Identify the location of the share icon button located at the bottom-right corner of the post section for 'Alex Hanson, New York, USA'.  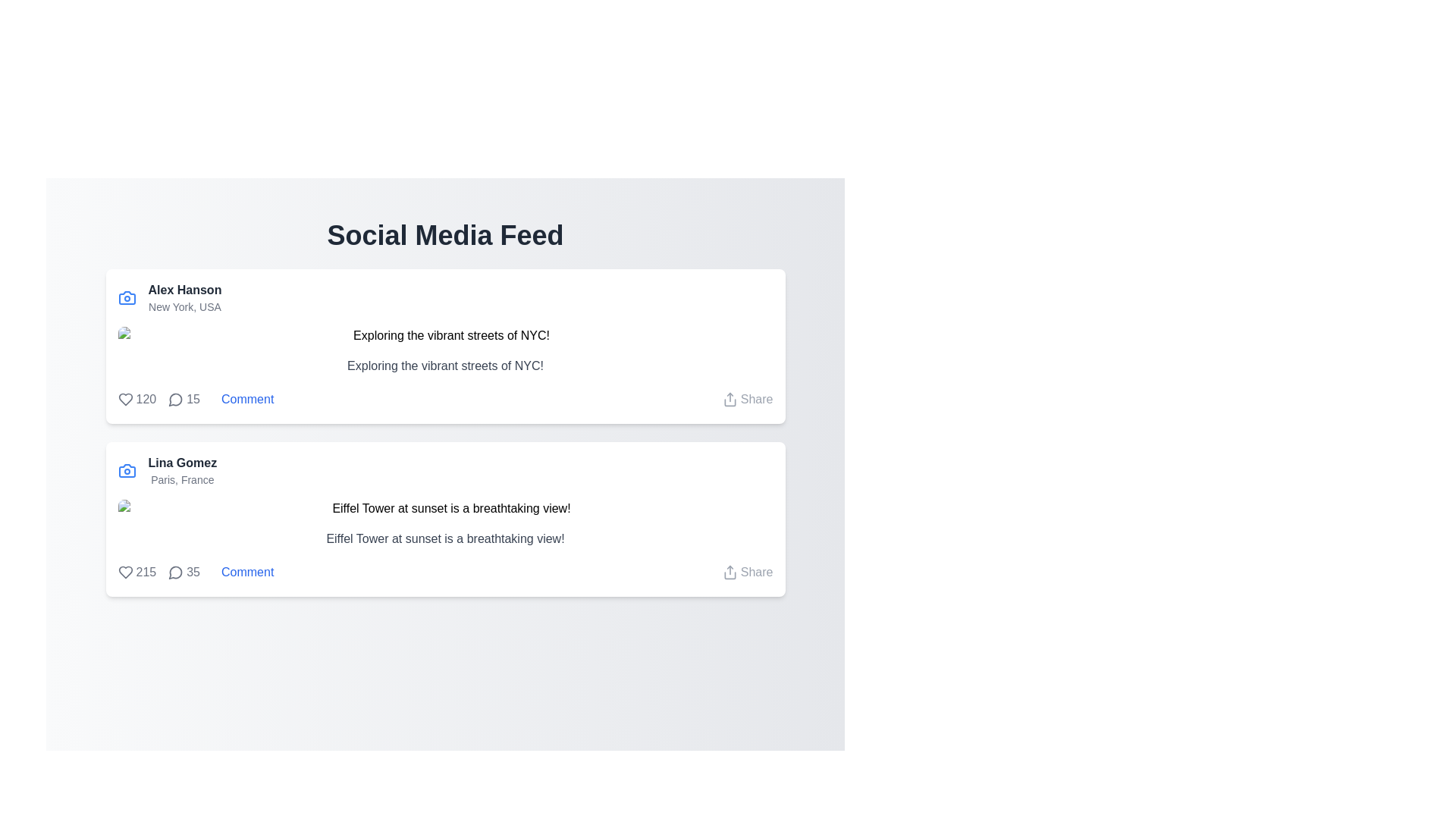
(730, 399).